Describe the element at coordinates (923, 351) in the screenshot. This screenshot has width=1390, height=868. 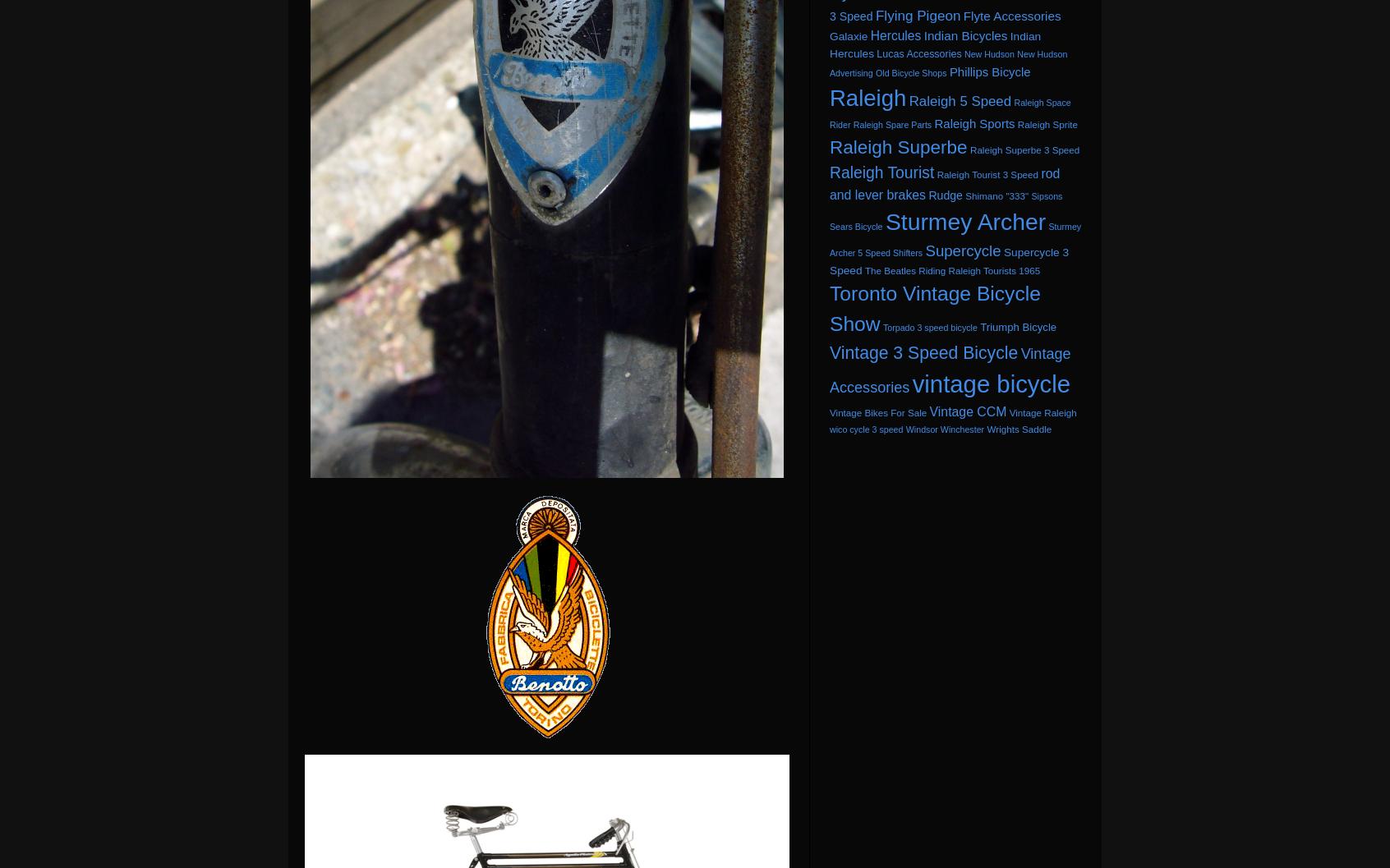
I see `'Vintage 3 Speed Bicycle'` at that location.